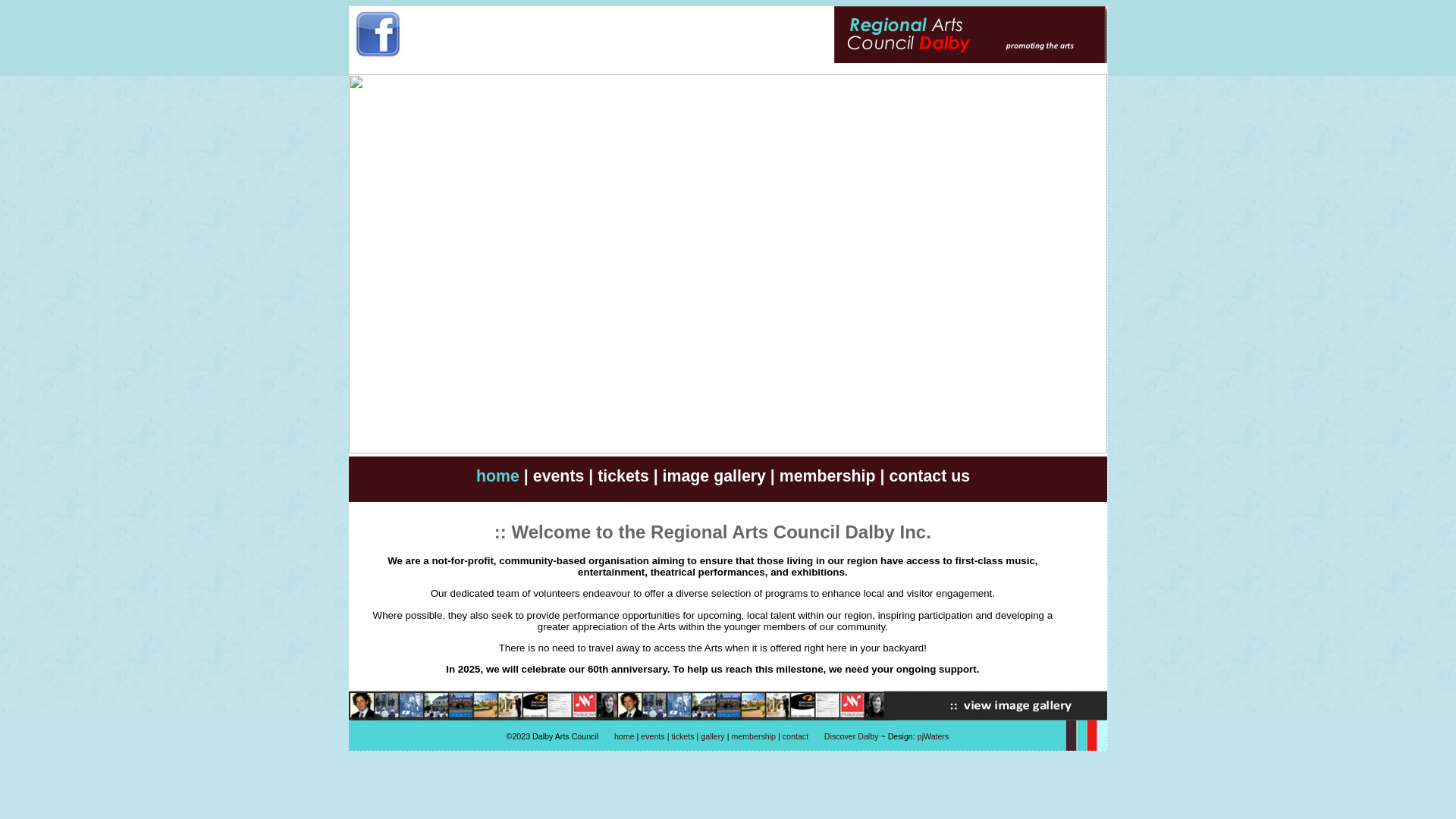  Describe the element at coordinates (670, 736) in the screenshot. I see `'tickets'` at that location.